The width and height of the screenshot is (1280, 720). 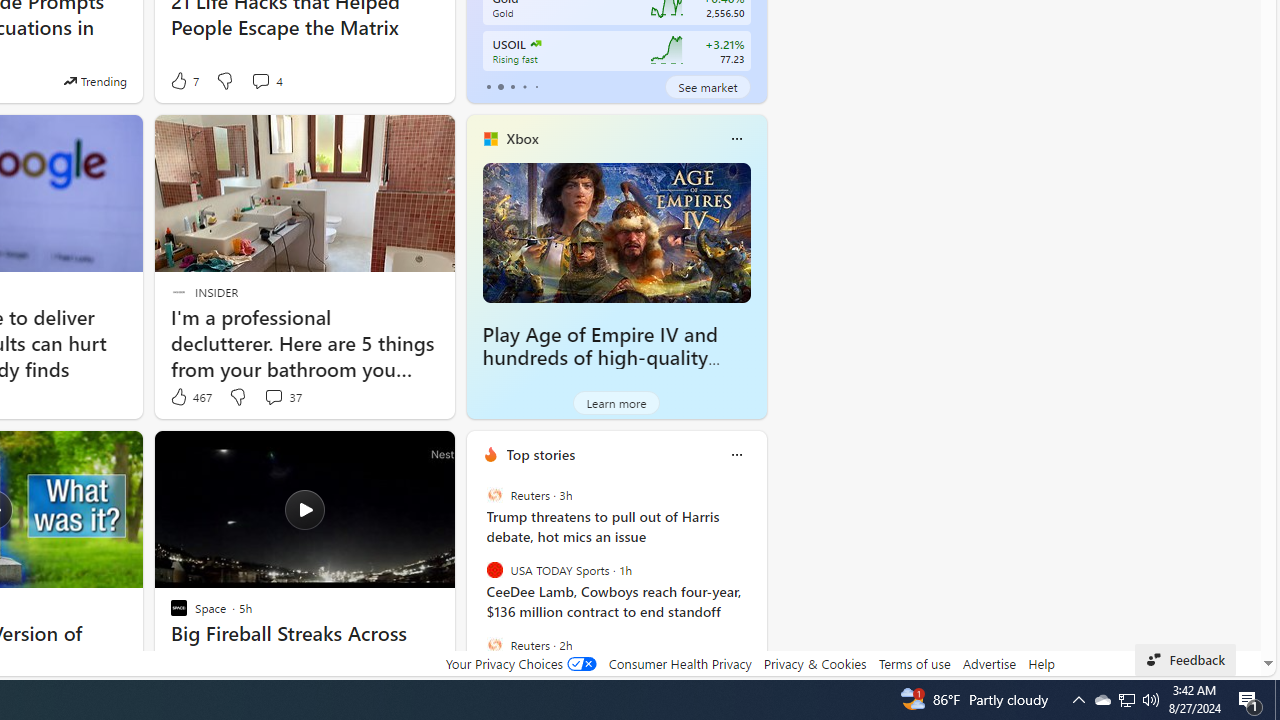 I want to click on 'View comments 4 Comment', so click(x=259, y=80).